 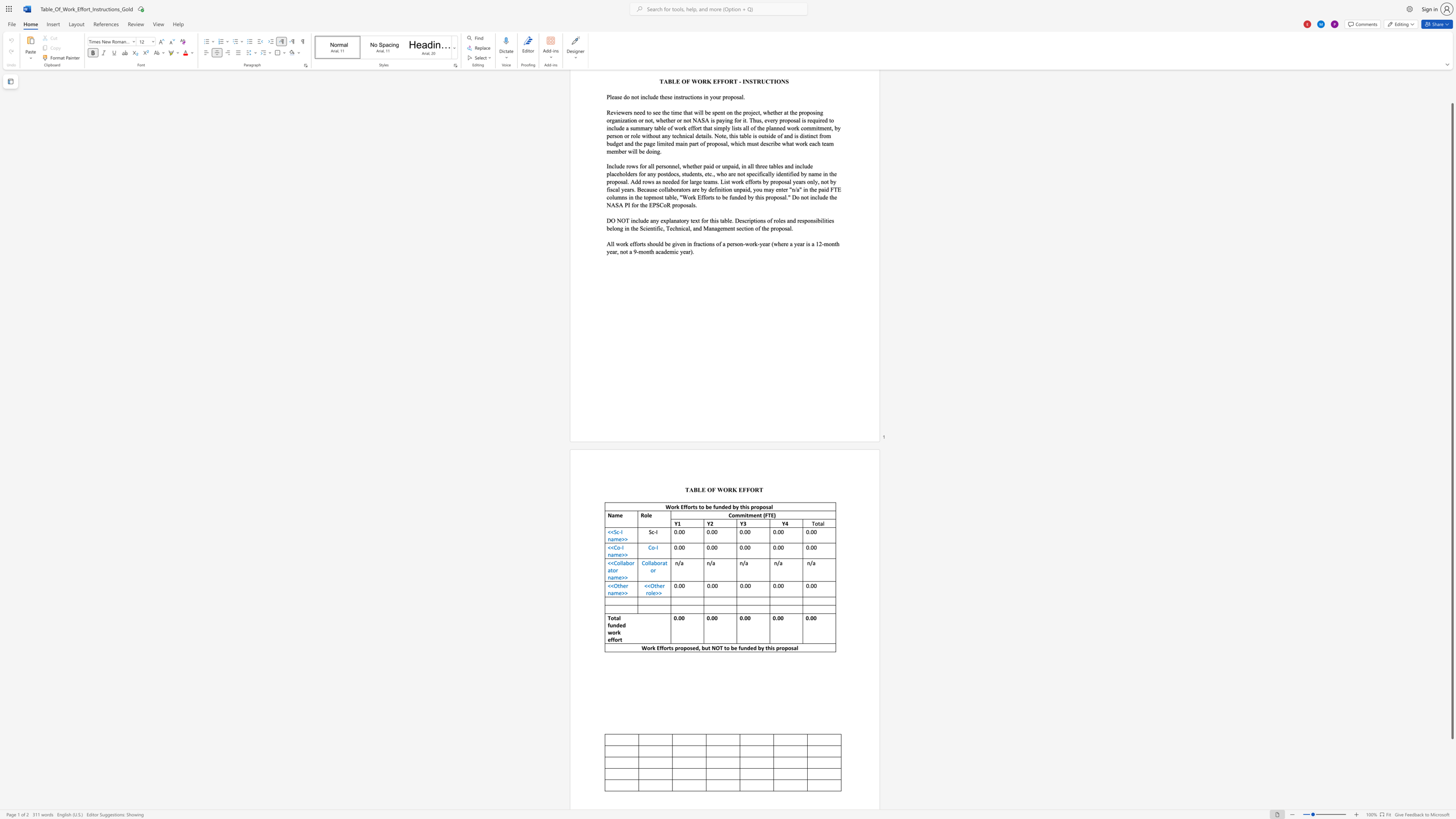 I want to click on the vertical scrollbar to raise the page content, so click(x=1451, y=87).